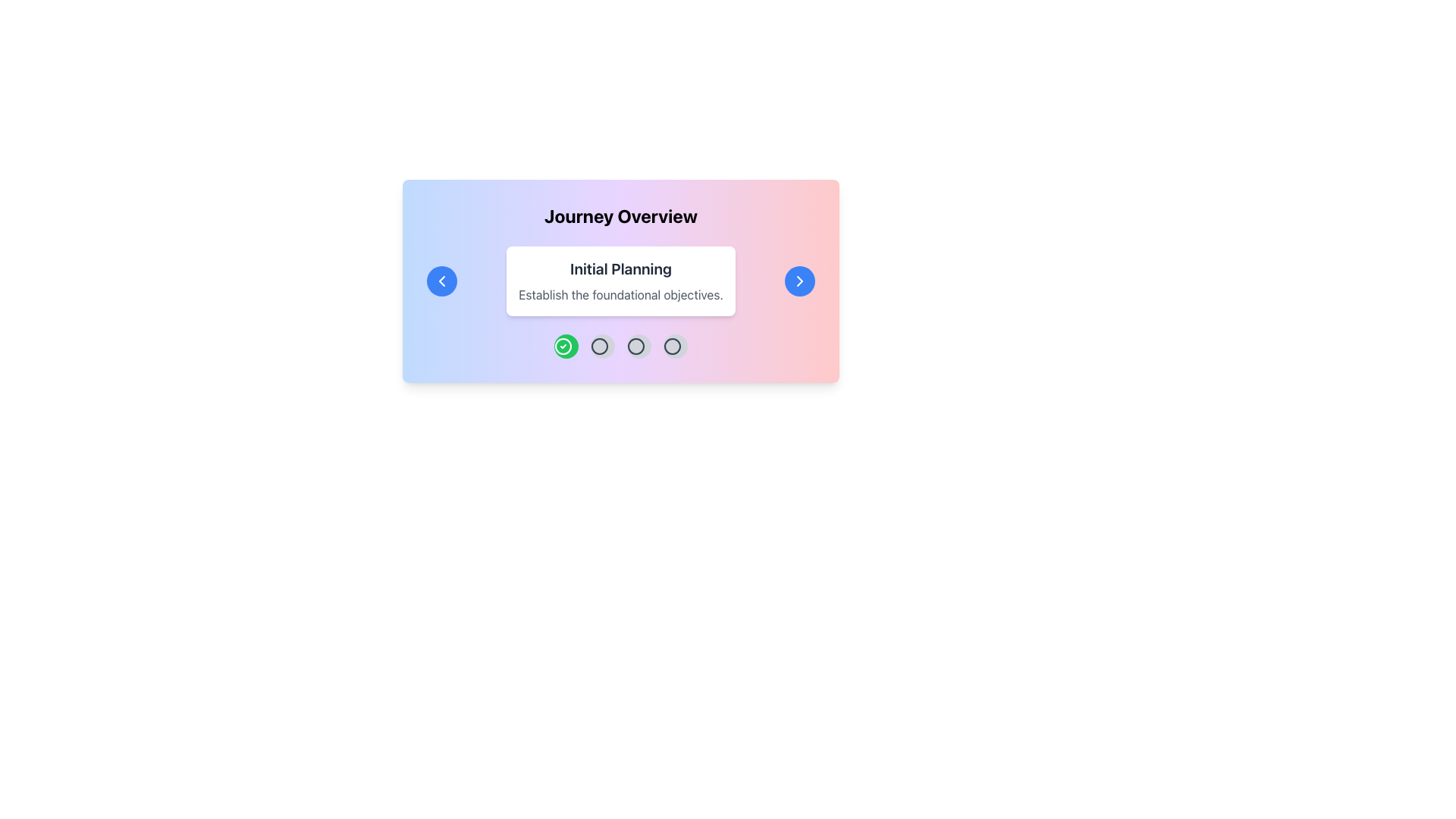 The height and width of the screenshot is (819, 1456). Describe the element at coordinates (675, 346) in the screenshot. I see `the fourth circular button with a light gray background and dark gray border located beneath the 'Initial Planning' section` at that location.